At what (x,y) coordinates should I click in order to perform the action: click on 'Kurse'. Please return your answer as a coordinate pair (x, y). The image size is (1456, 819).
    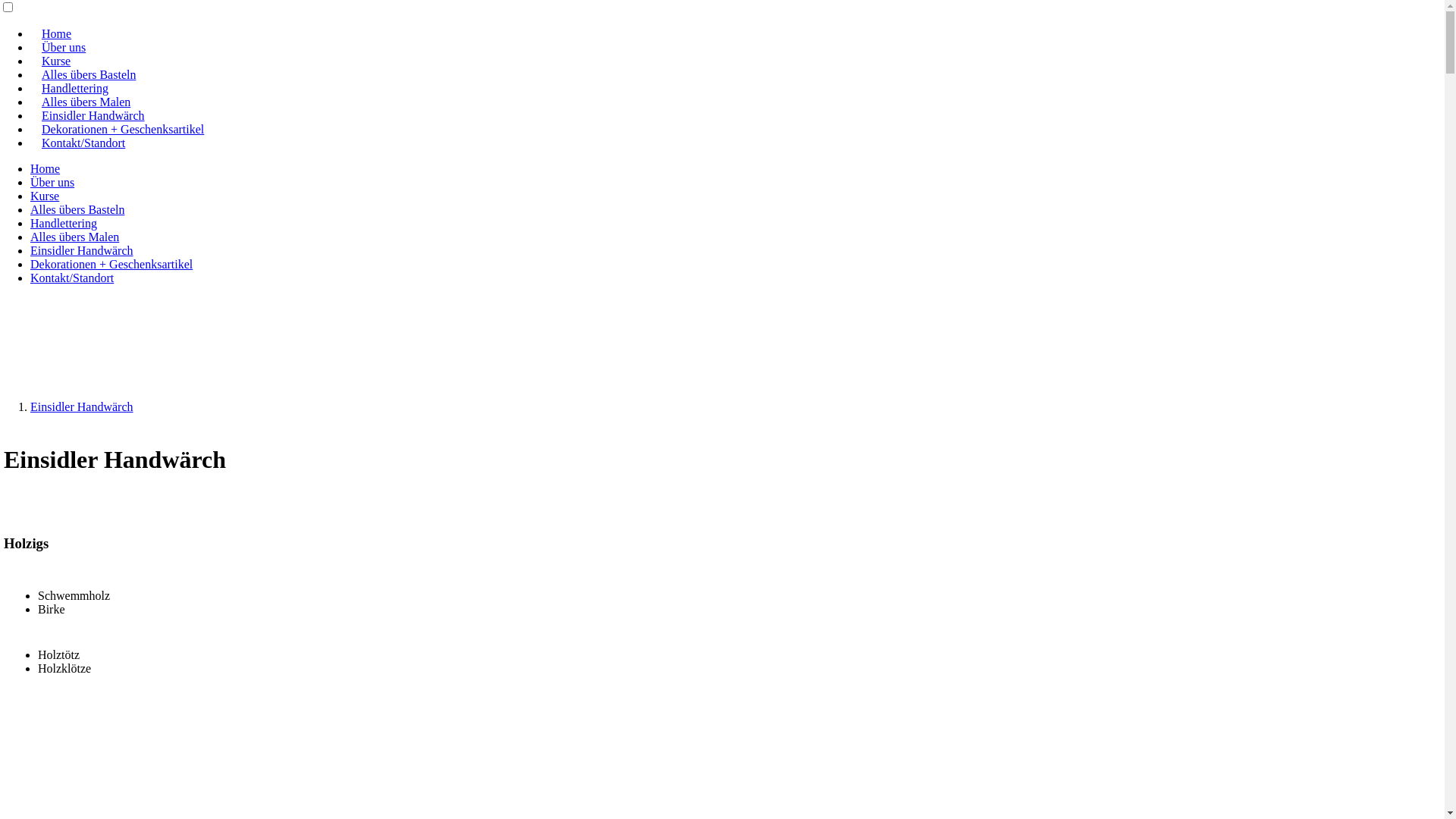
    Looking at the image, I should click on (44, 195).